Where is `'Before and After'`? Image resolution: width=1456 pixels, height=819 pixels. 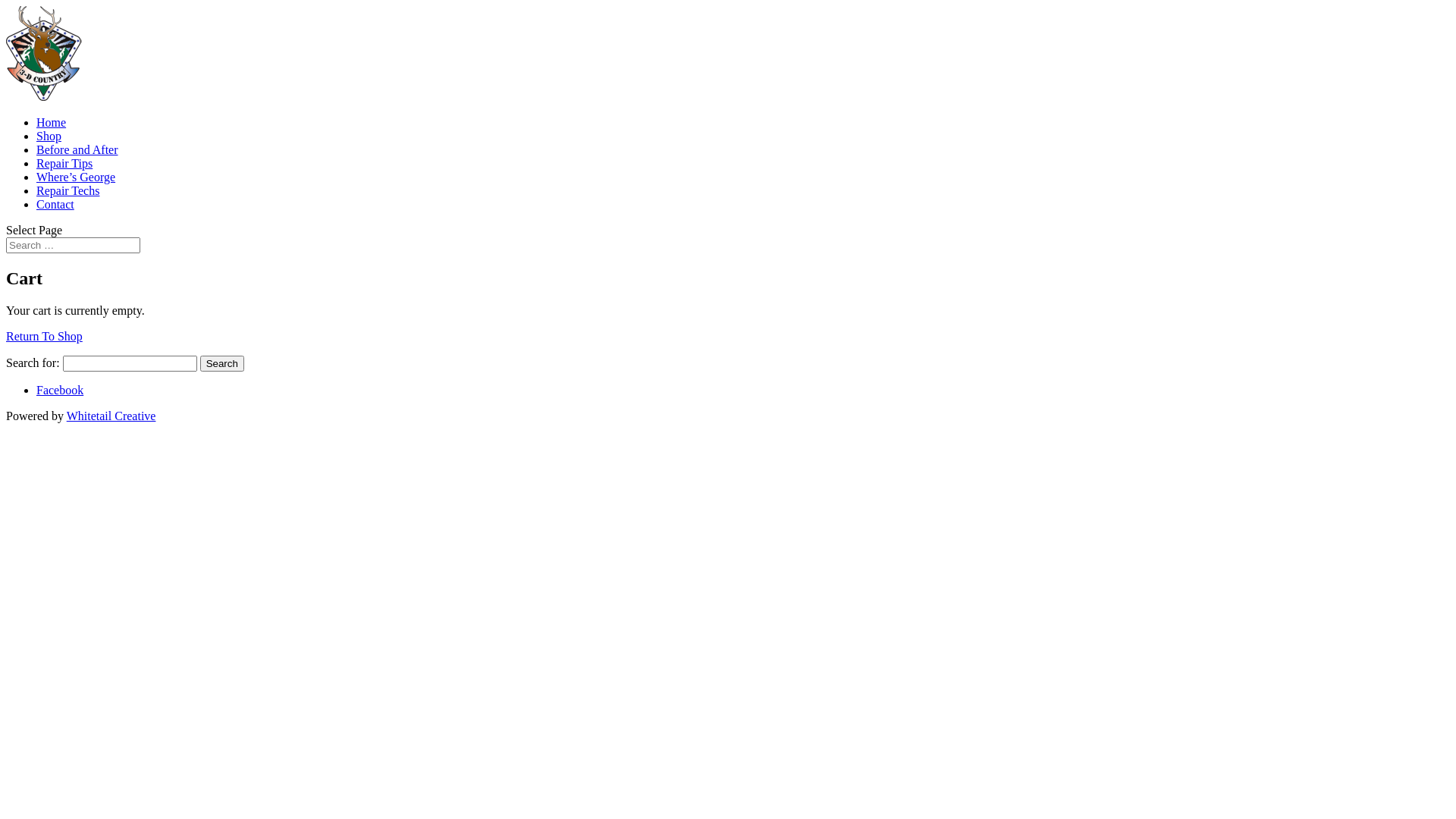
'Before and After' is located at coordinates (76, 149).